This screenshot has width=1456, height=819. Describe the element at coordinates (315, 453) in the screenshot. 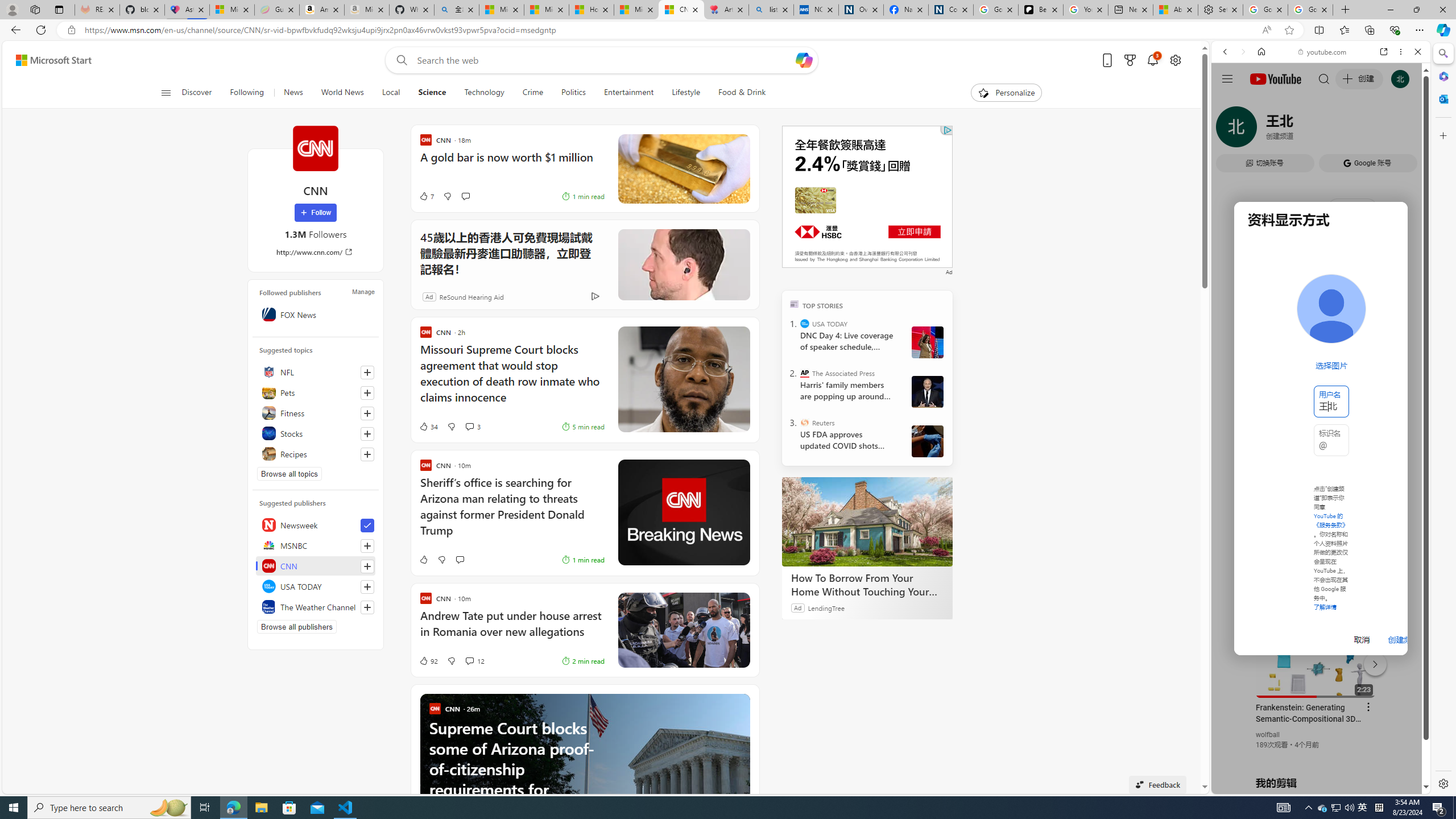

I see `'Recipes'` at that location.